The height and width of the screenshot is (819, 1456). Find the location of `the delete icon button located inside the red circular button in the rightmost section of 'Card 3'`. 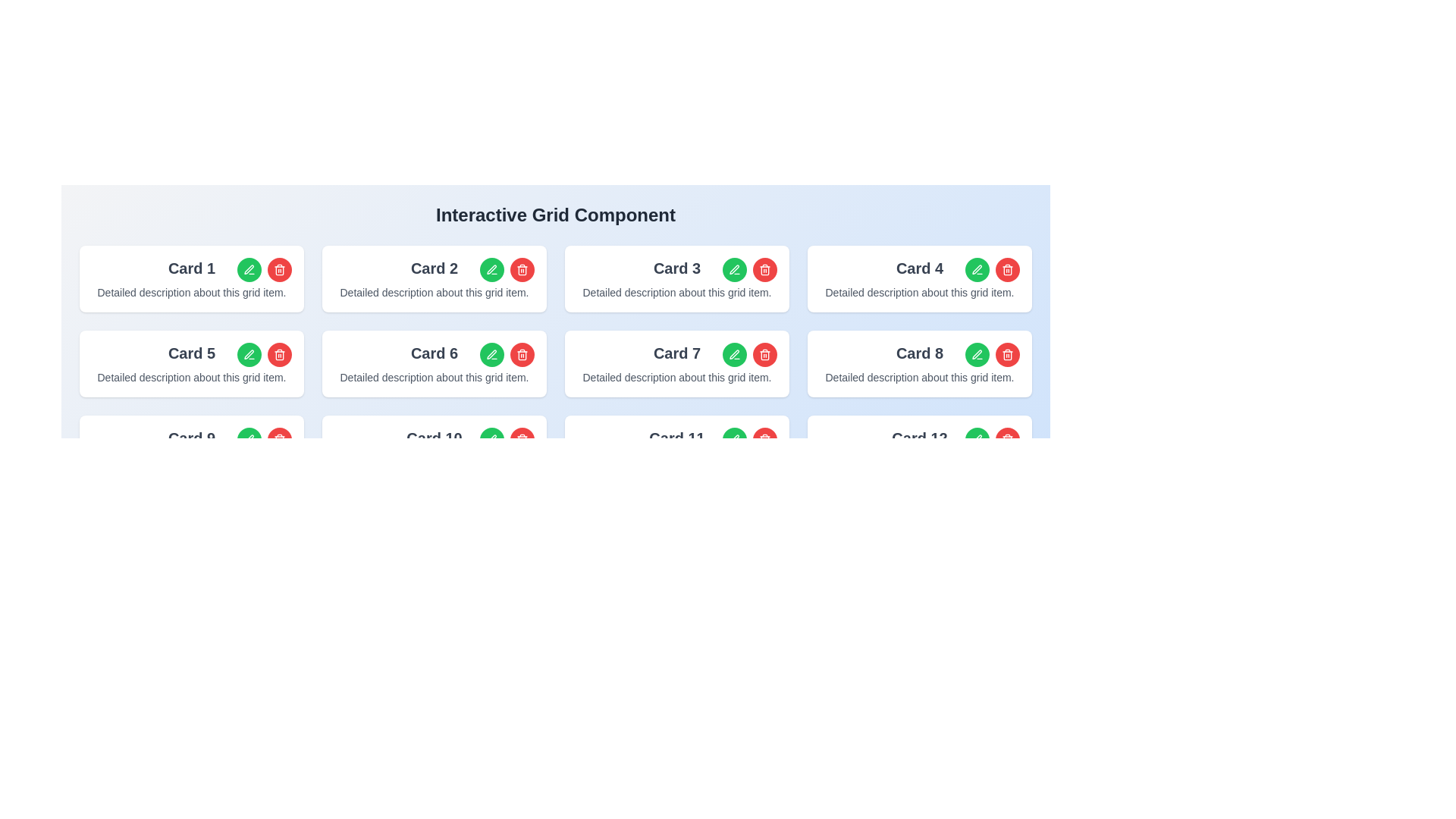

the delete icon button located inside the red circular button in the rightmost section of 'Card 3' is located at coordinates (764, 268).